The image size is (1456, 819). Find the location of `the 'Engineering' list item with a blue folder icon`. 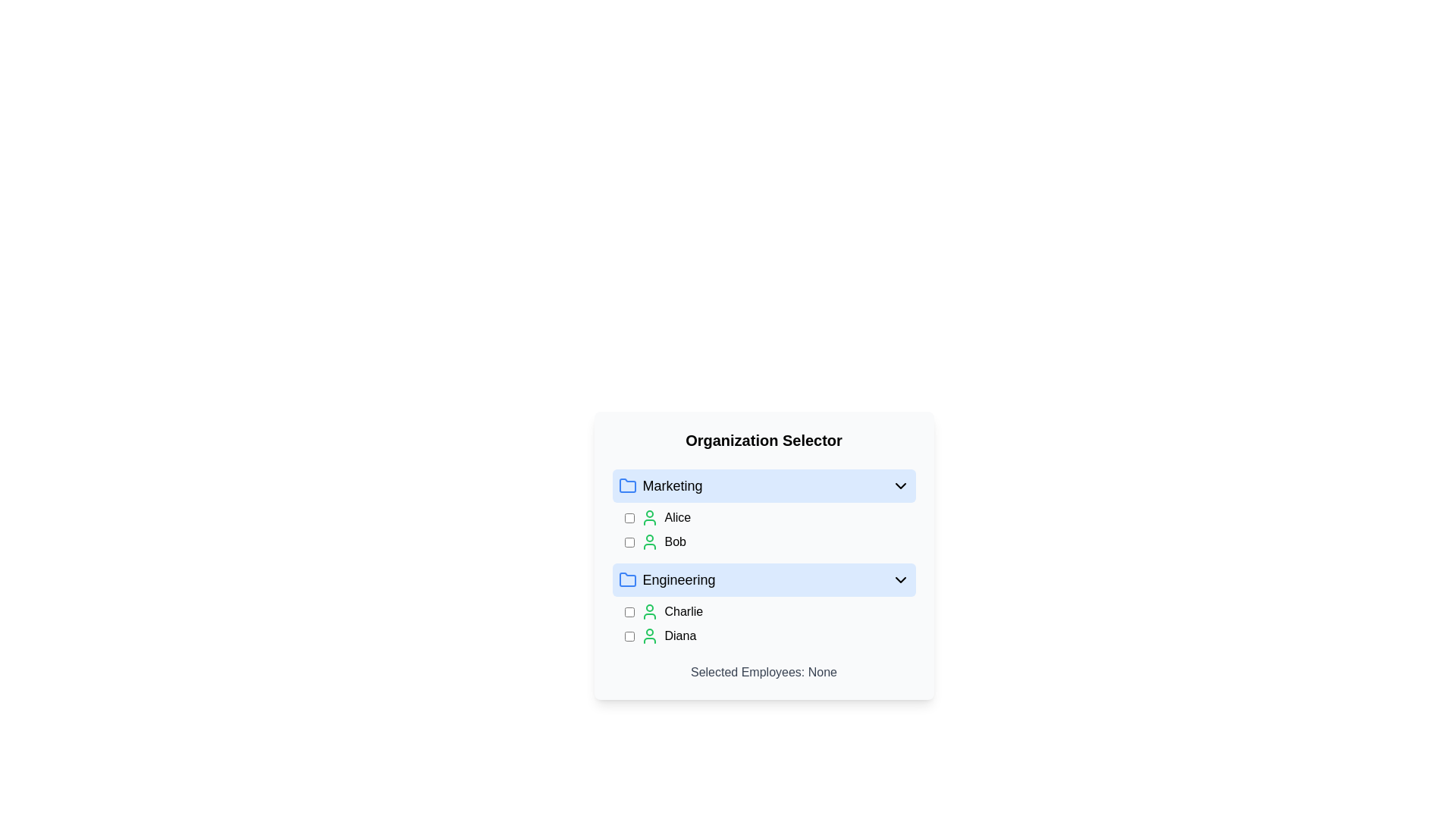

the 'Engineering' list item with a blue folder icon is located at coordinates (667, 579).